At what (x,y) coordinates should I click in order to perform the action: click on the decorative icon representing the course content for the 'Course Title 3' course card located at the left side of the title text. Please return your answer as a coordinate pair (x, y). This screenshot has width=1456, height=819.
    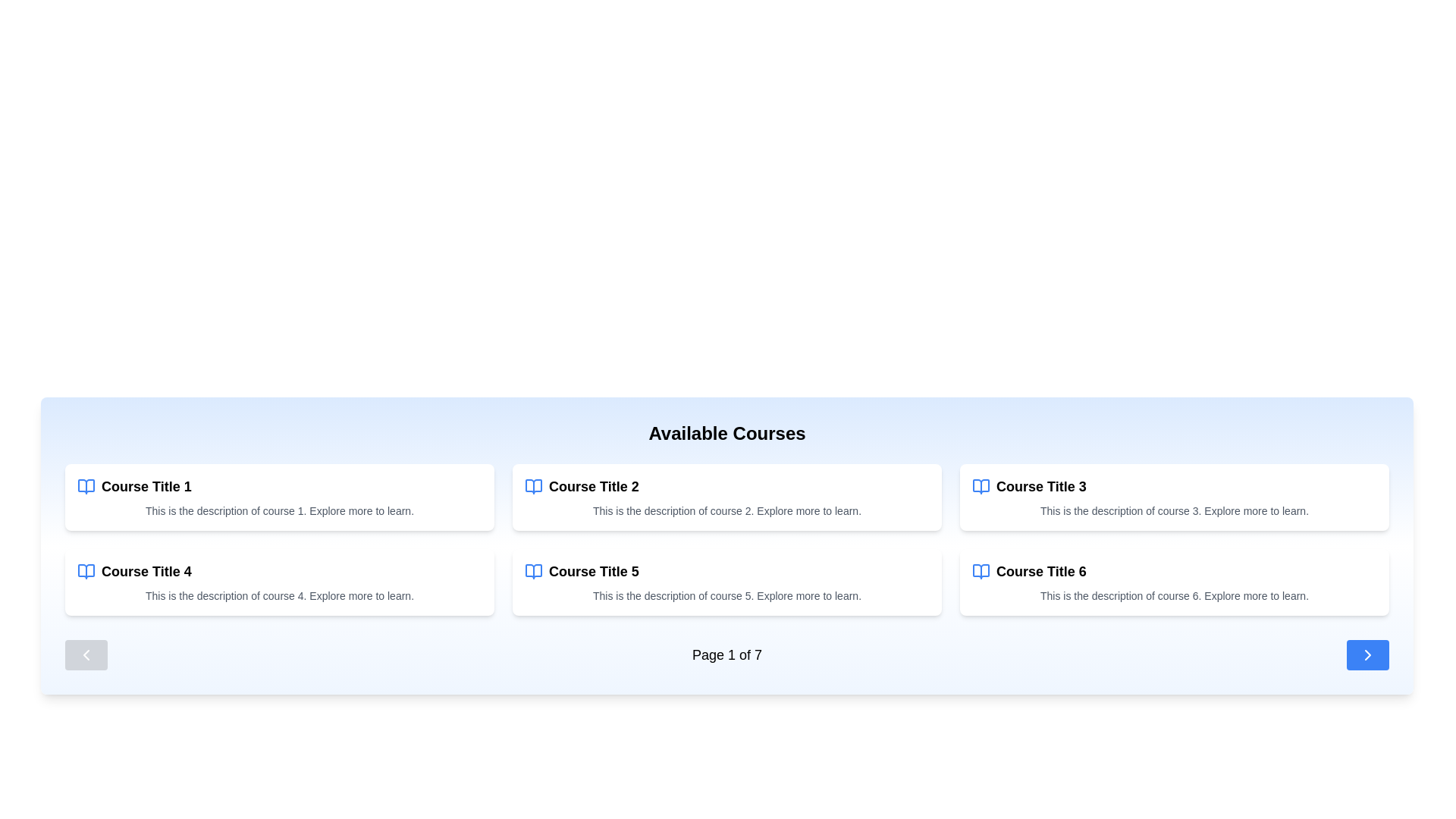
    Looking at the image, I should click on (981, 486).